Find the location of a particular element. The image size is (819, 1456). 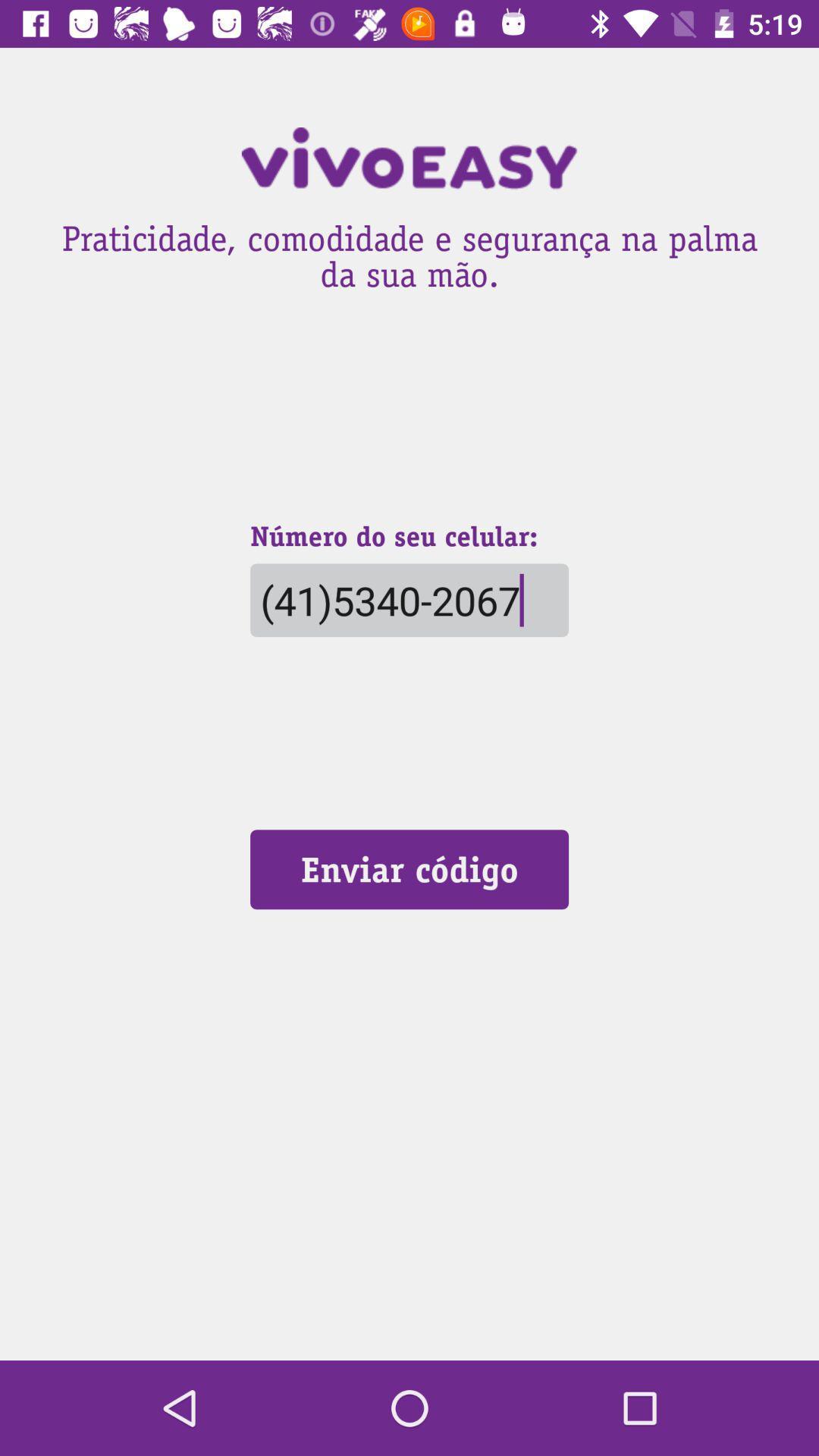

the praticidade comodidade e is located at coordinates (409, 251).